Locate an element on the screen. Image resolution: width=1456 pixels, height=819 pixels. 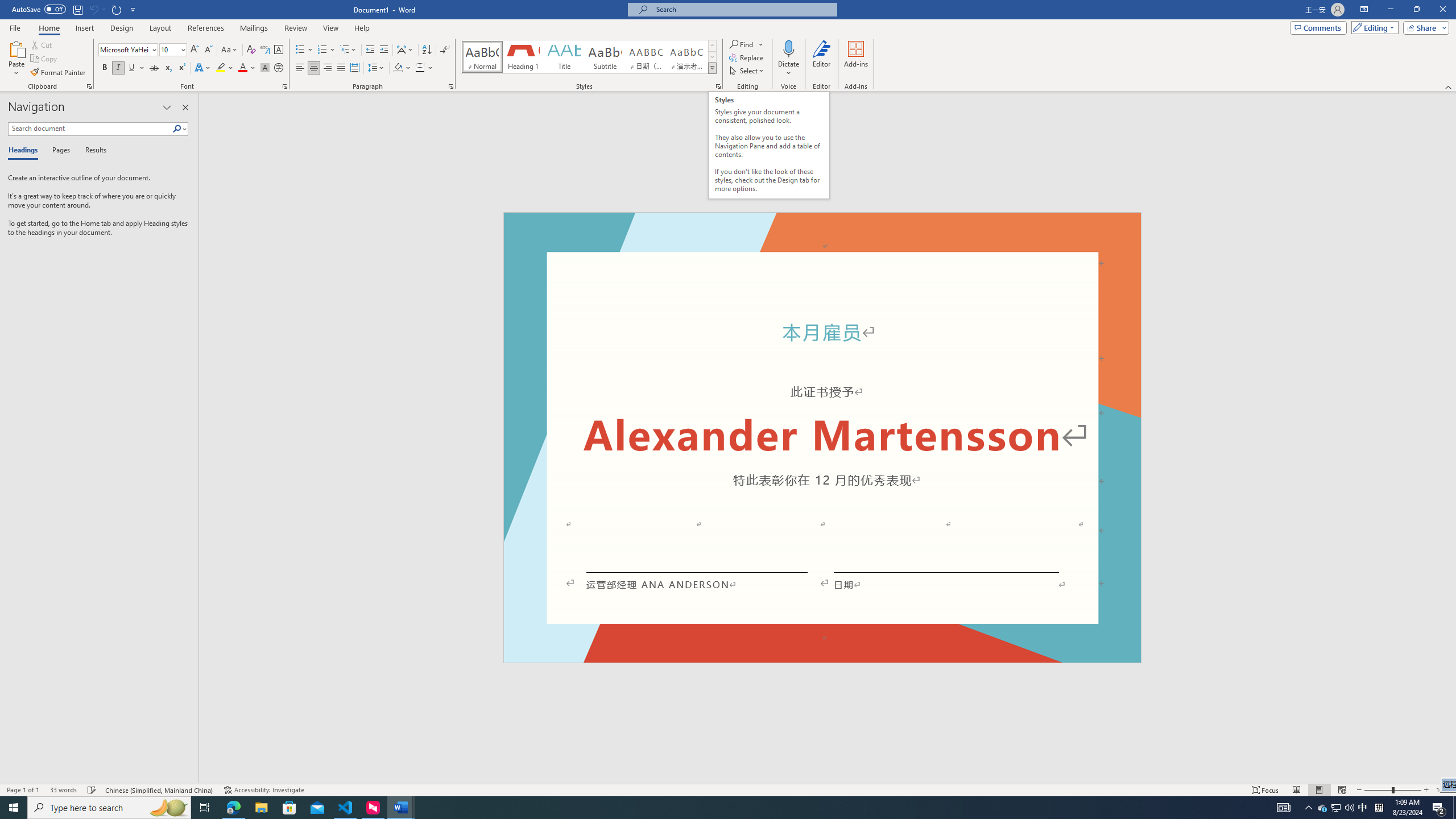
'Copy' is located at coordinates (44, 59).